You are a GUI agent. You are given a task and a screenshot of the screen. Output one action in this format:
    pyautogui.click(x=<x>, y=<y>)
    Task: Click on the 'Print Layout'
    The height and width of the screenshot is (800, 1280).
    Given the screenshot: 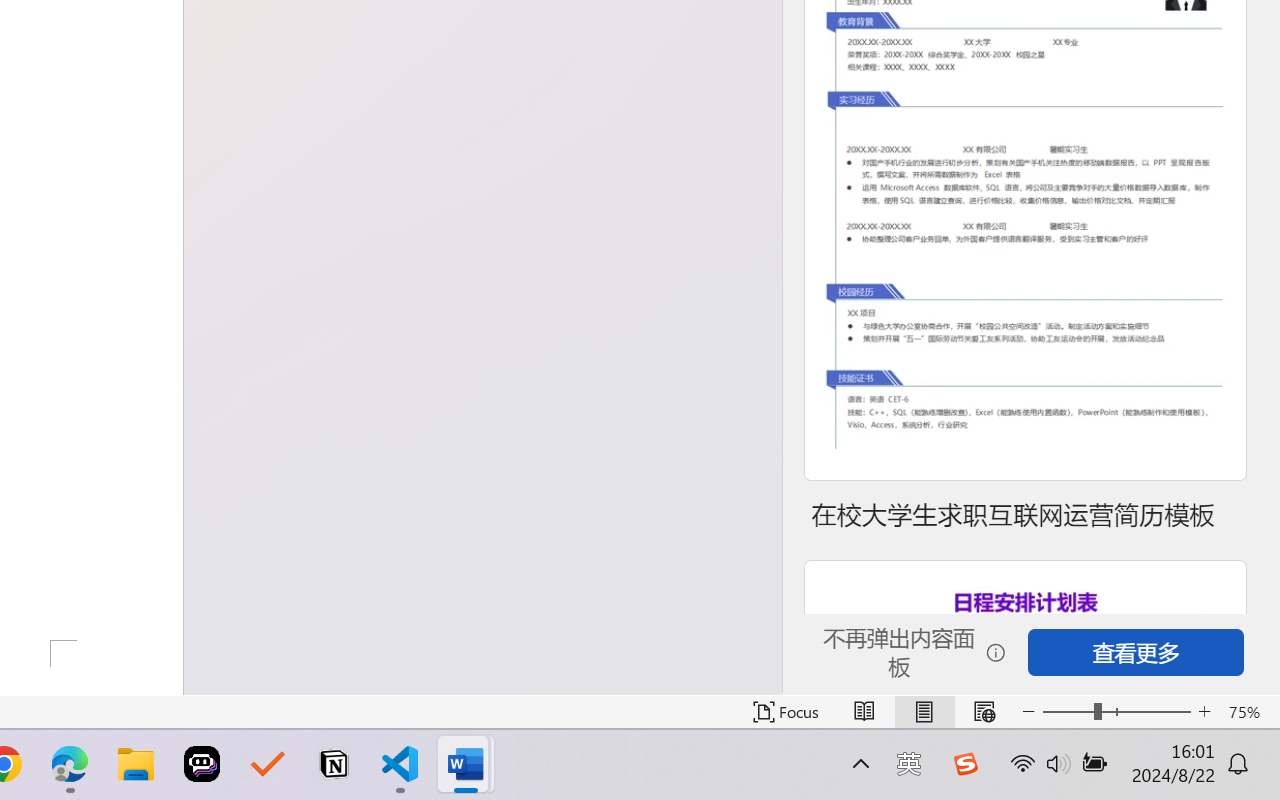 What is the action you would take?
    pyautogui.click(x=923, y=711)
    